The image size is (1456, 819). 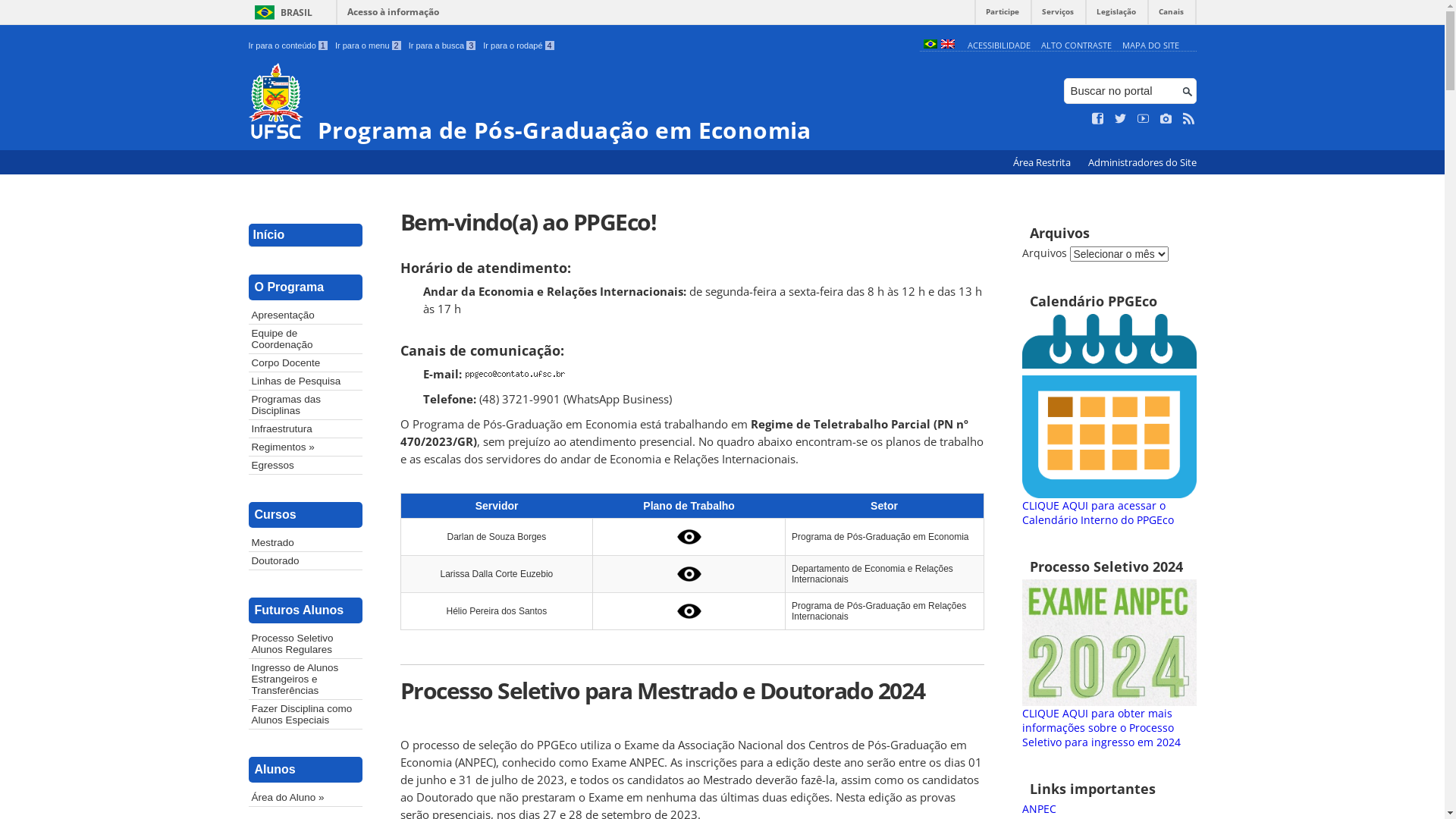 I want to click on 'MAPA DO SITE', so click(x=1150, y=44).